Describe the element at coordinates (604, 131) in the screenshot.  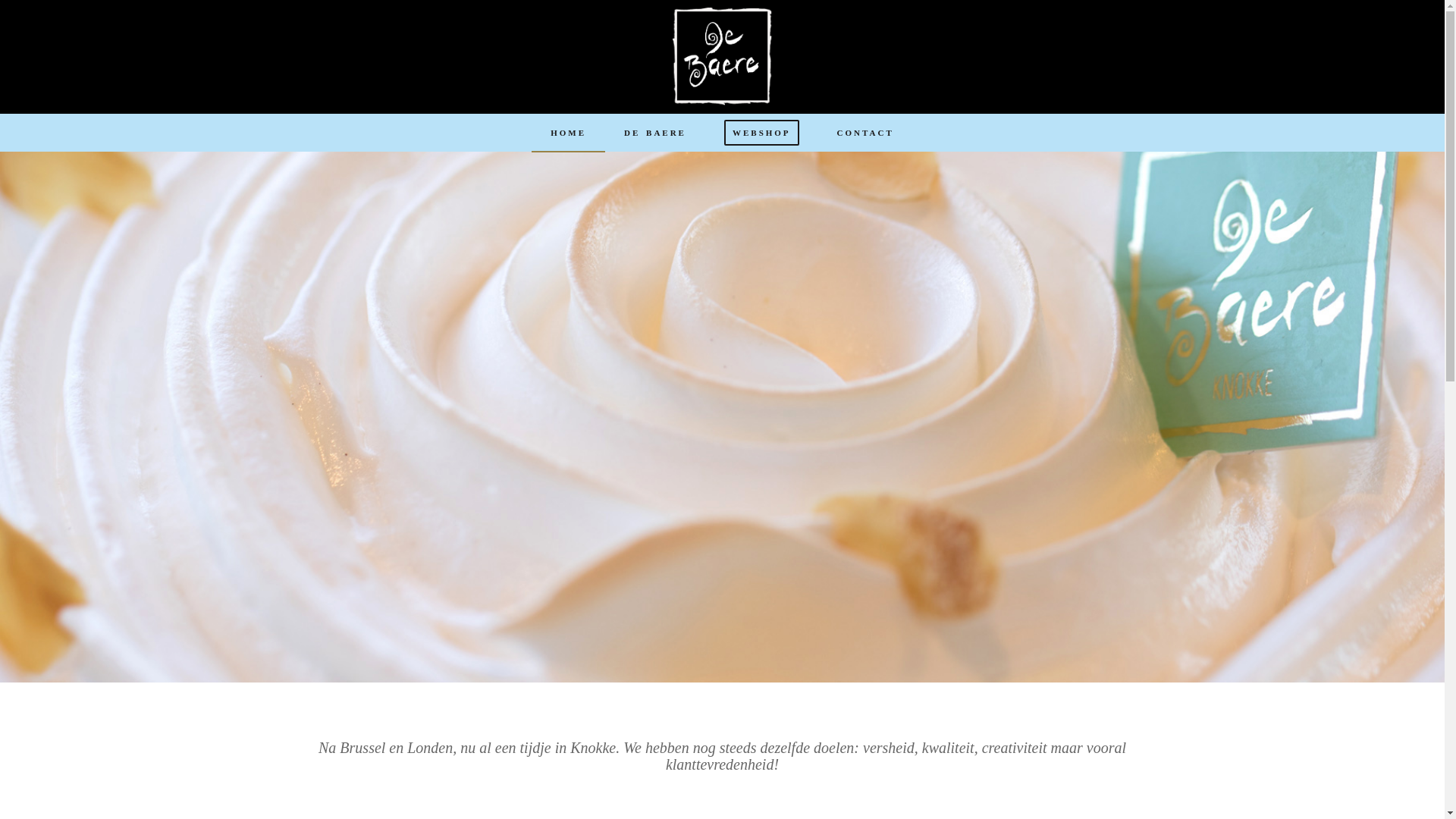
I see `'DE BAERE'` at that location.